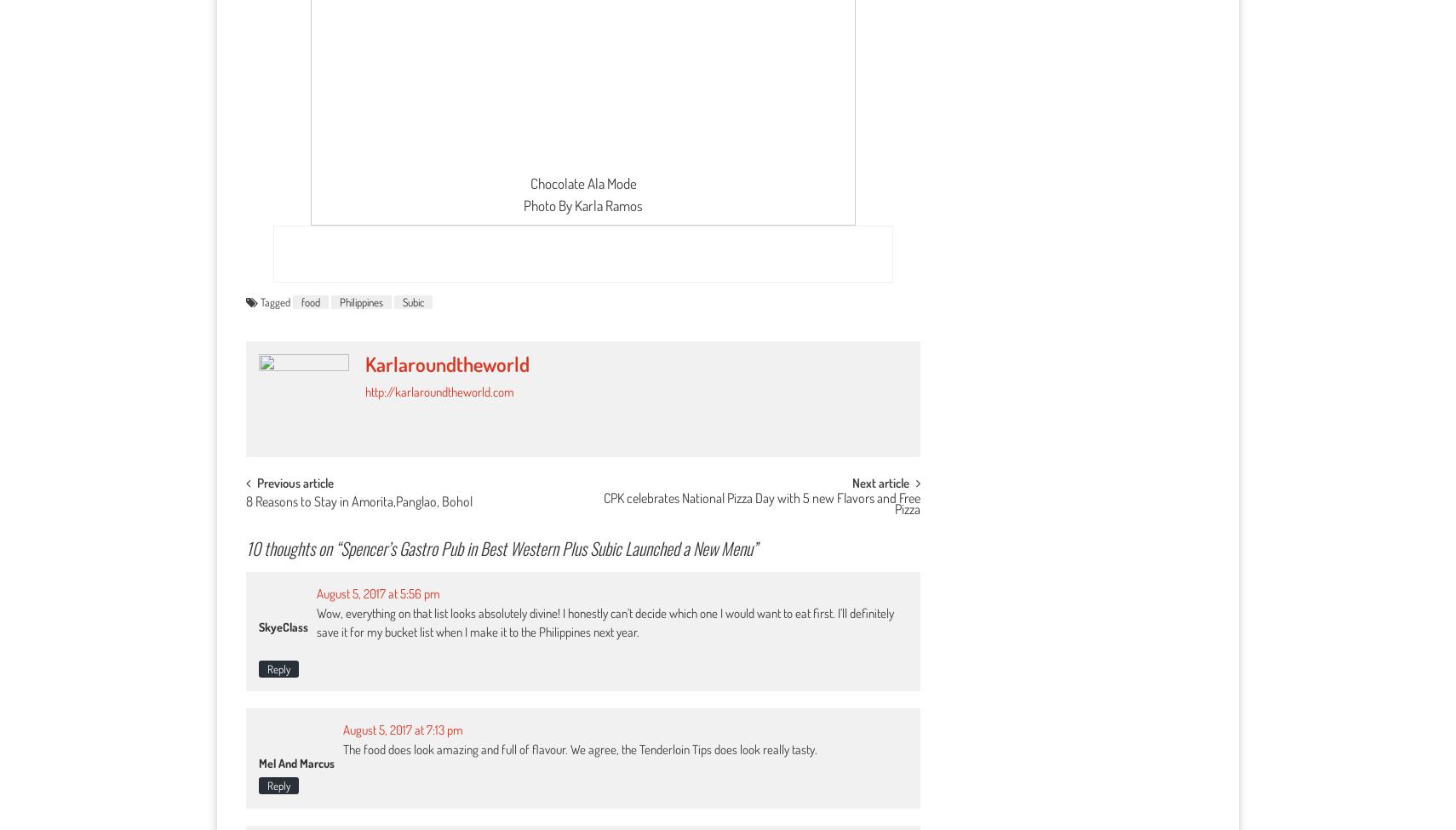 This screenshot has height=830, width=1456. Describe the element at coordinates (378, 592) in the screenshot. I see `'August 5, 2017 at 5:56 pm'` at that location.